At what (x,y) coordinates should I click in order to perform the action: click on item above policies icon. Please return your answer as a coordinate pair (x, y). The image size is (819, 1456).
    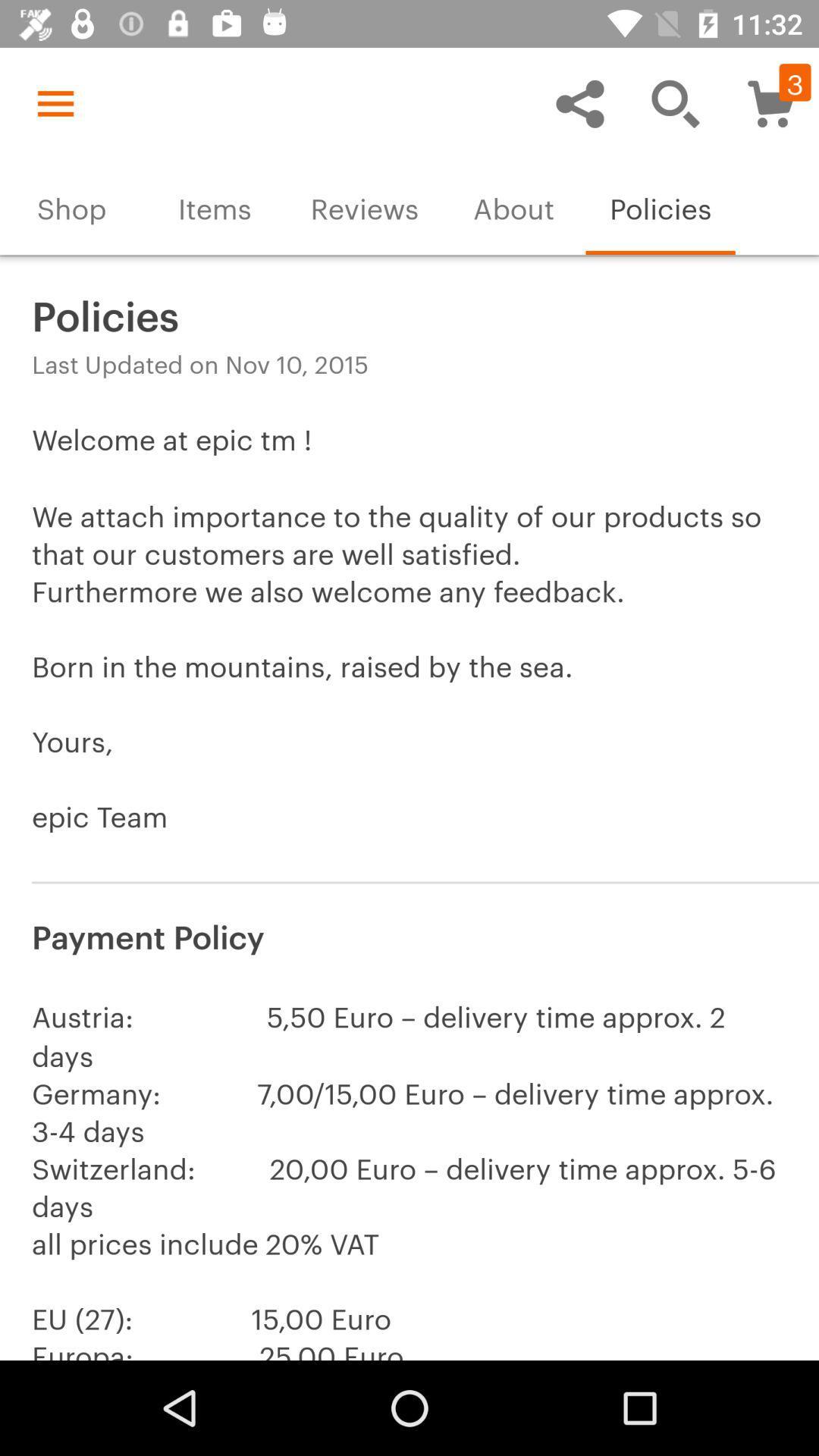
    Looking at the image, I should click on (675, 102).